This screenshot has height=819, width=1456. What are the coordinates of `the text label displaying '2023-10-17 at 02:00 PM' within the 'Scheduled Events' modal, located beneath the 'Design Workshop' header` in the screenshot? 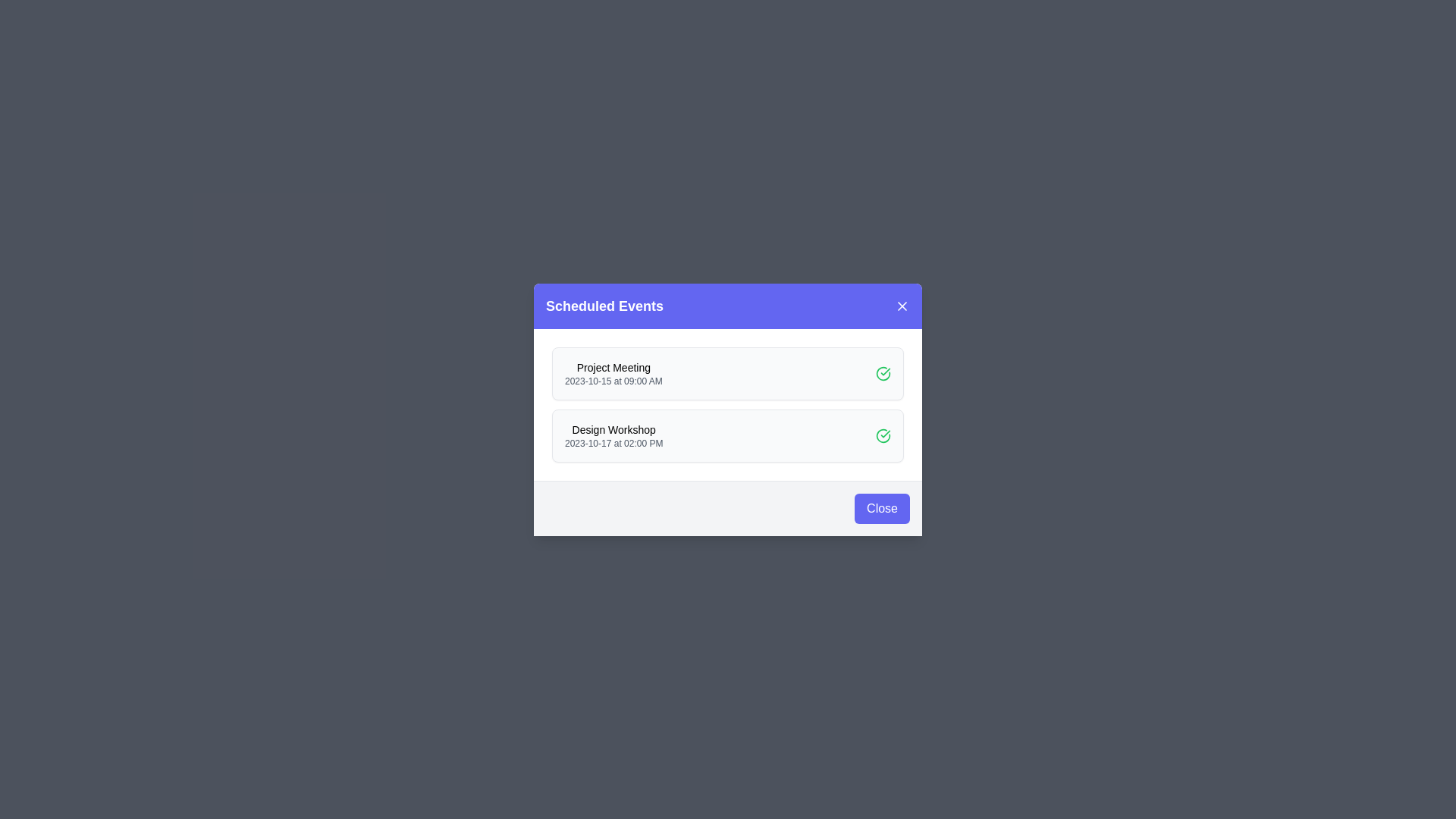 It's located at (613, 443).